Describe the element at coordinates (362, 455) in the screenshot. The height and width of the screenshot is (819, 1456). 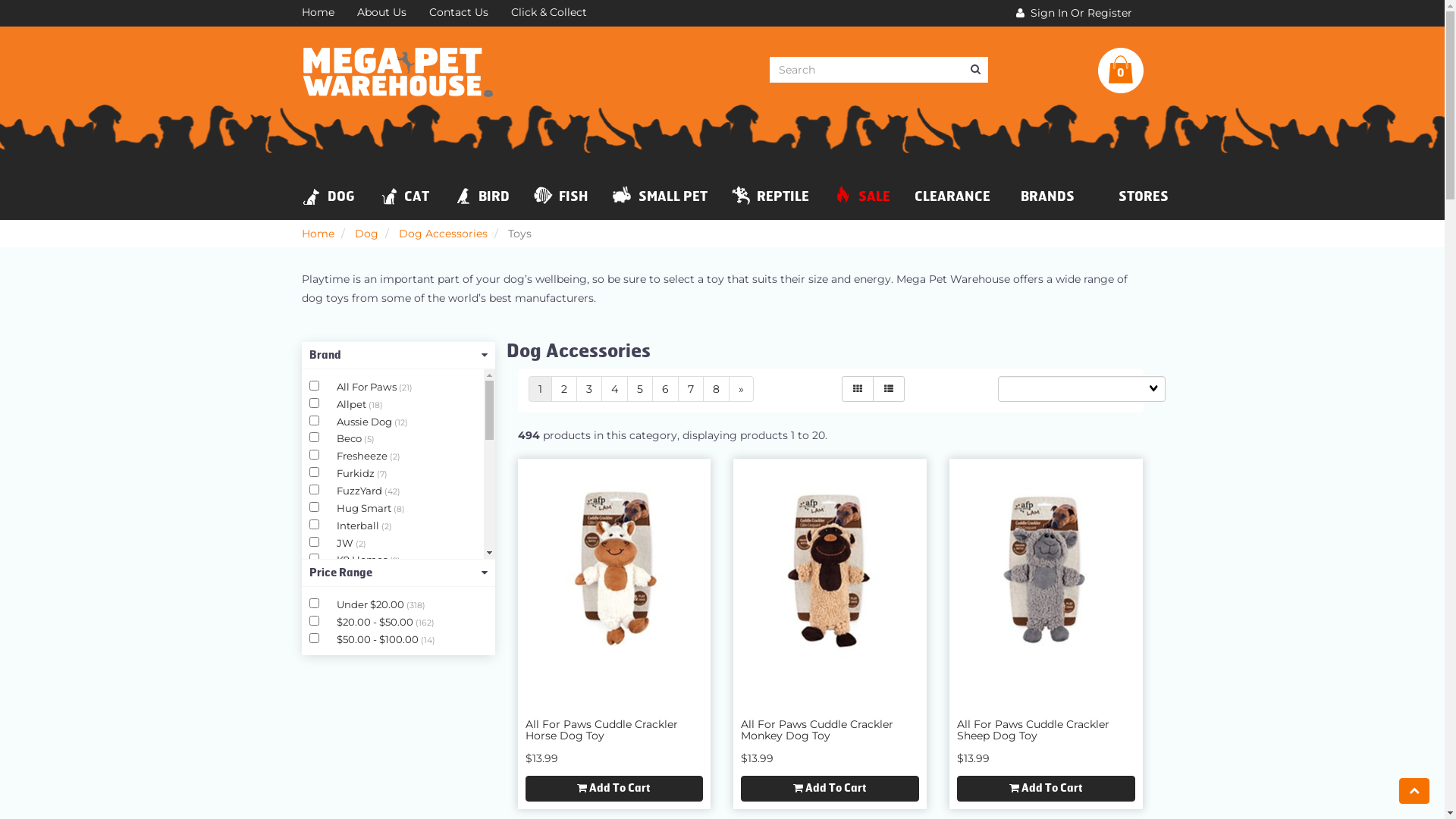
I see `'Fresheeze'` at that location.